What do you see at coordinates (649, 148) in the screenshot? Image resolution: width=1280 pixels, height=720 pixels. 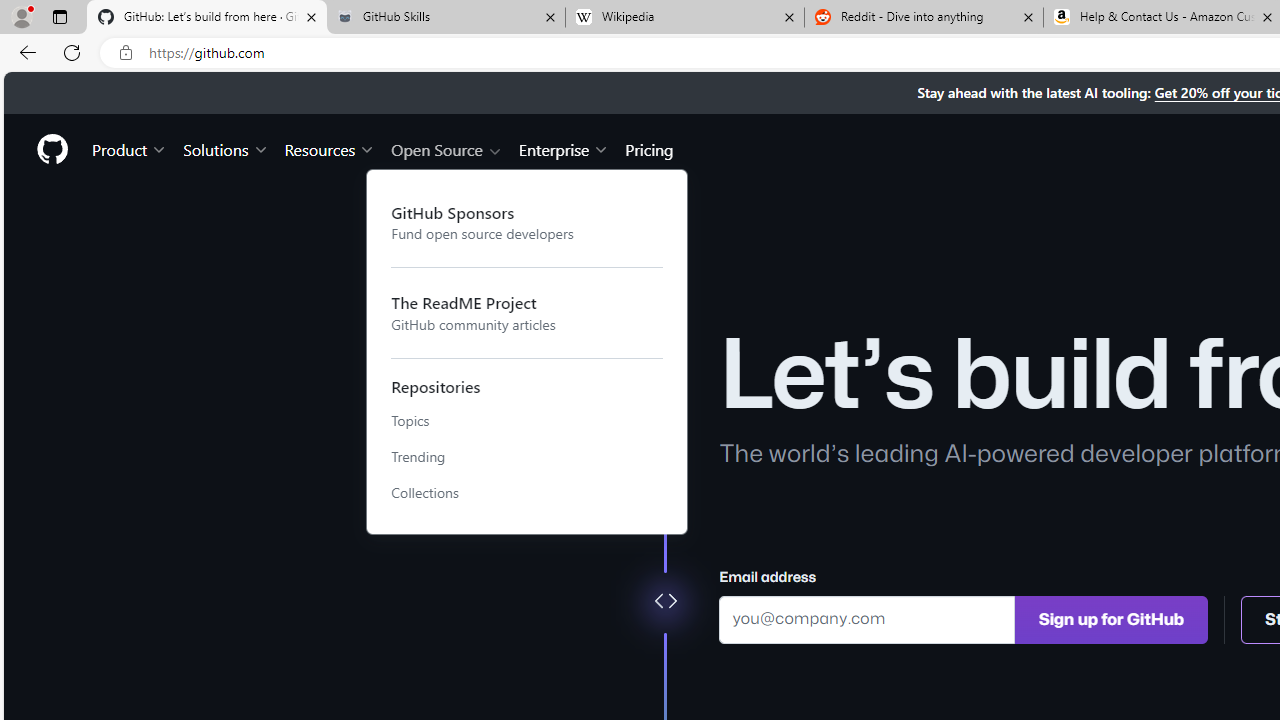 I see `'Pricing'` at bounding box center [649, 148].